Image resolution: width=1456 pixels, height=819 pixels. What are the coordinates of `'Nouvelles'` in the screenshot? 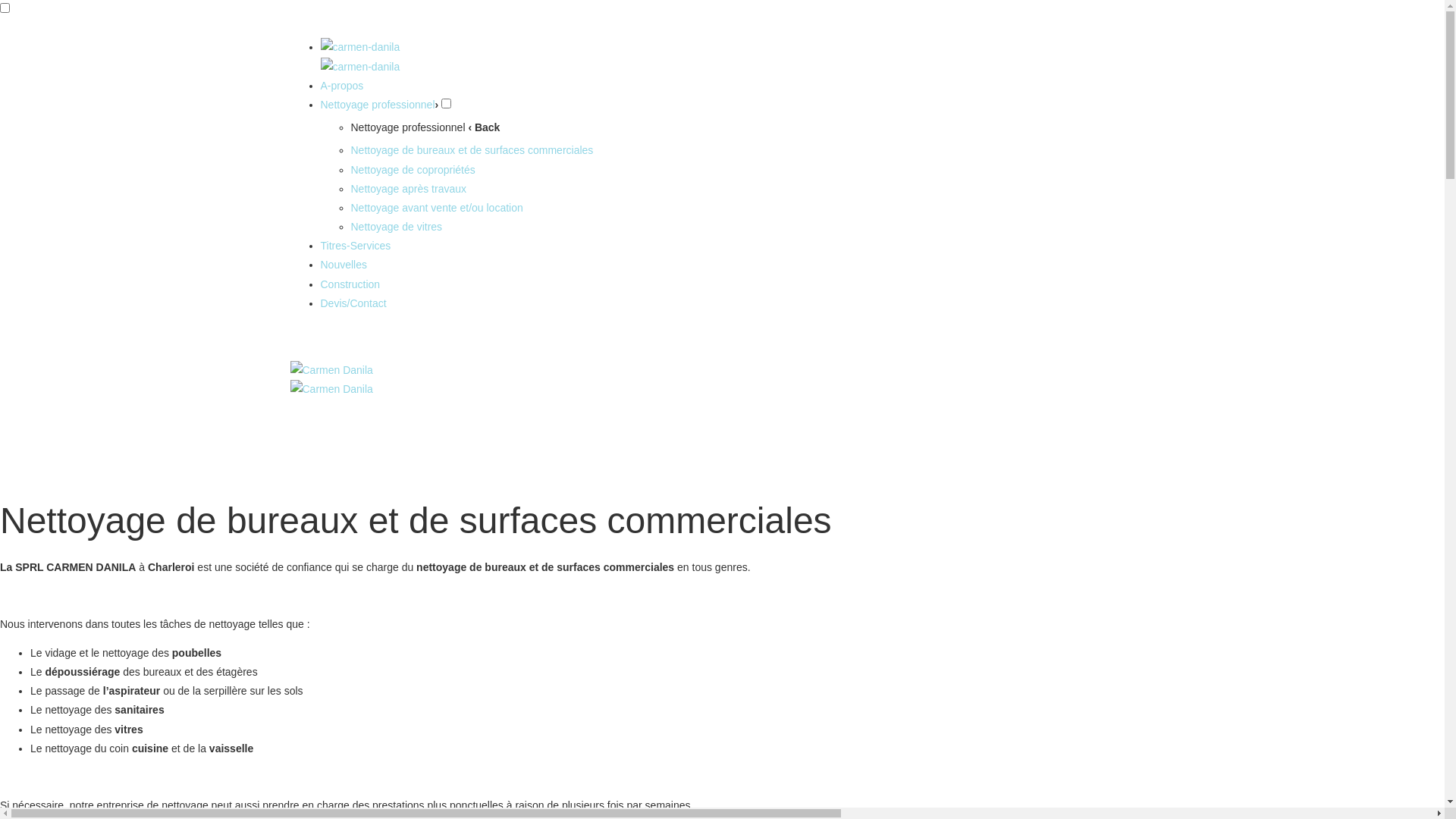 It's located at (319, 263).